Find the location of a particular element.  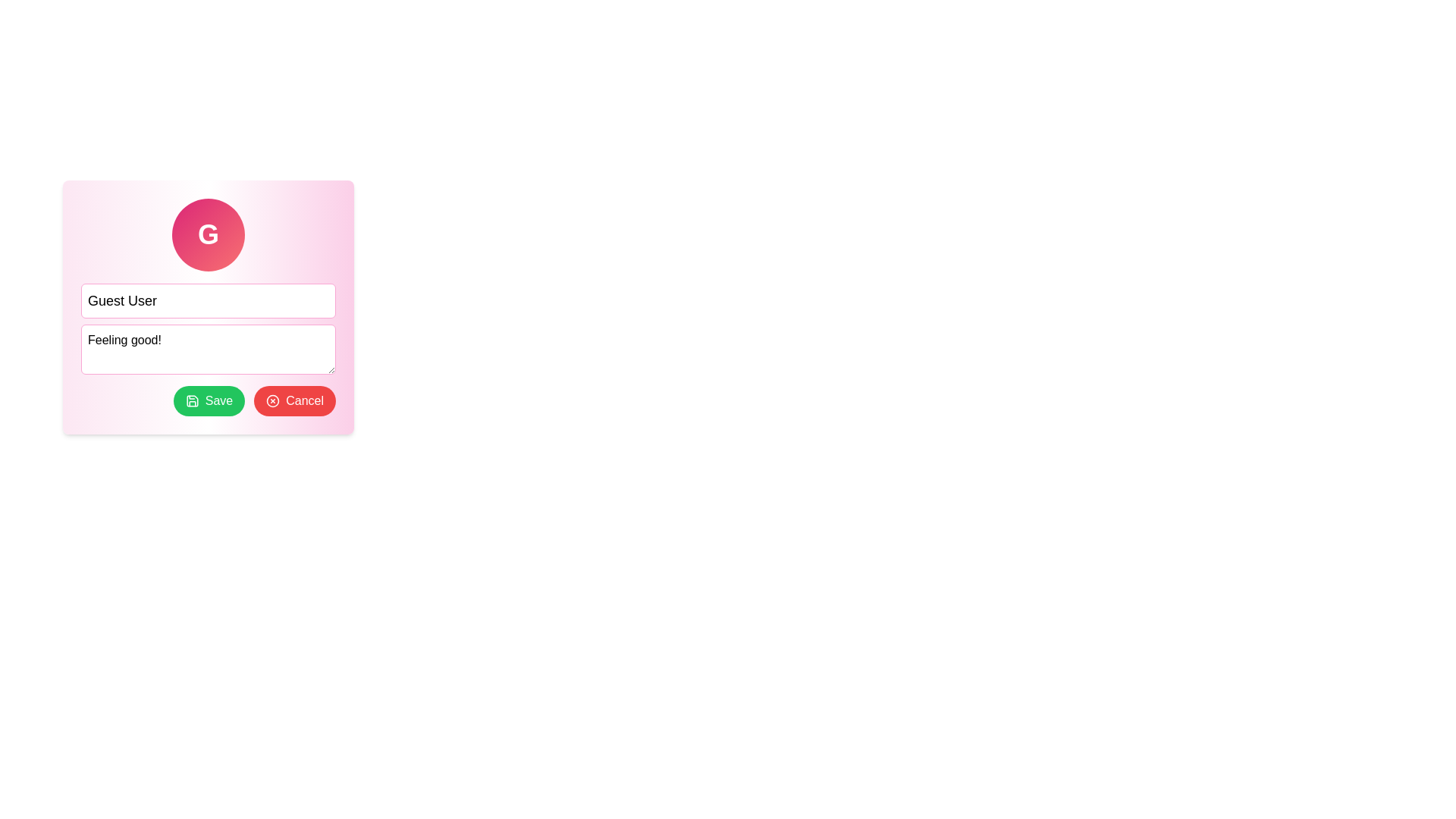

the bright red 'Cancel' button located at the bottom-right corner of the modal, which features a white rounded text and an 'X' icon is located at coordinates (295, 400).